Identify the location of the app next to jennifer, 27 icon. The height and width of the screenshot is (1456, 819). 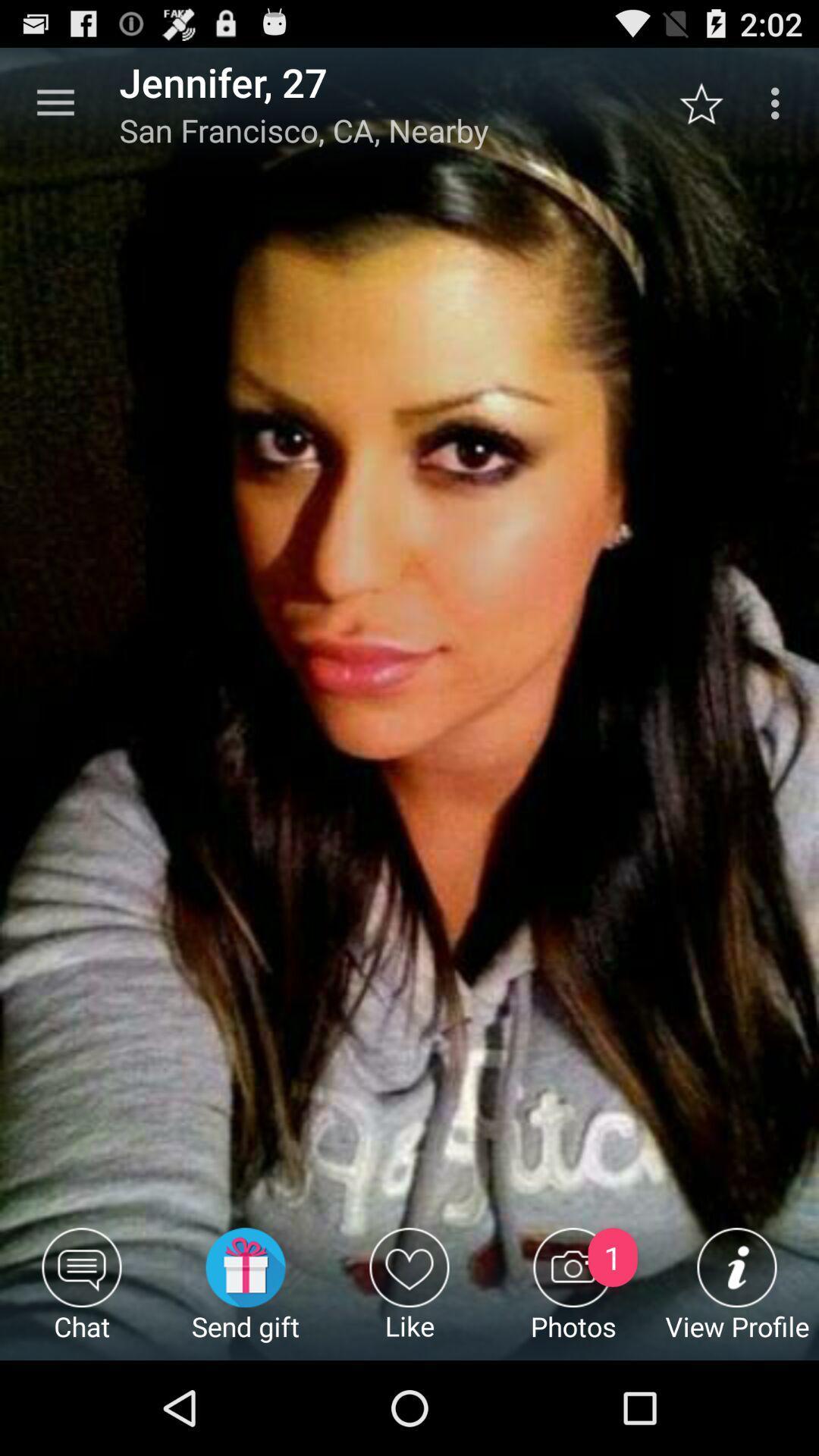
(55, 102).